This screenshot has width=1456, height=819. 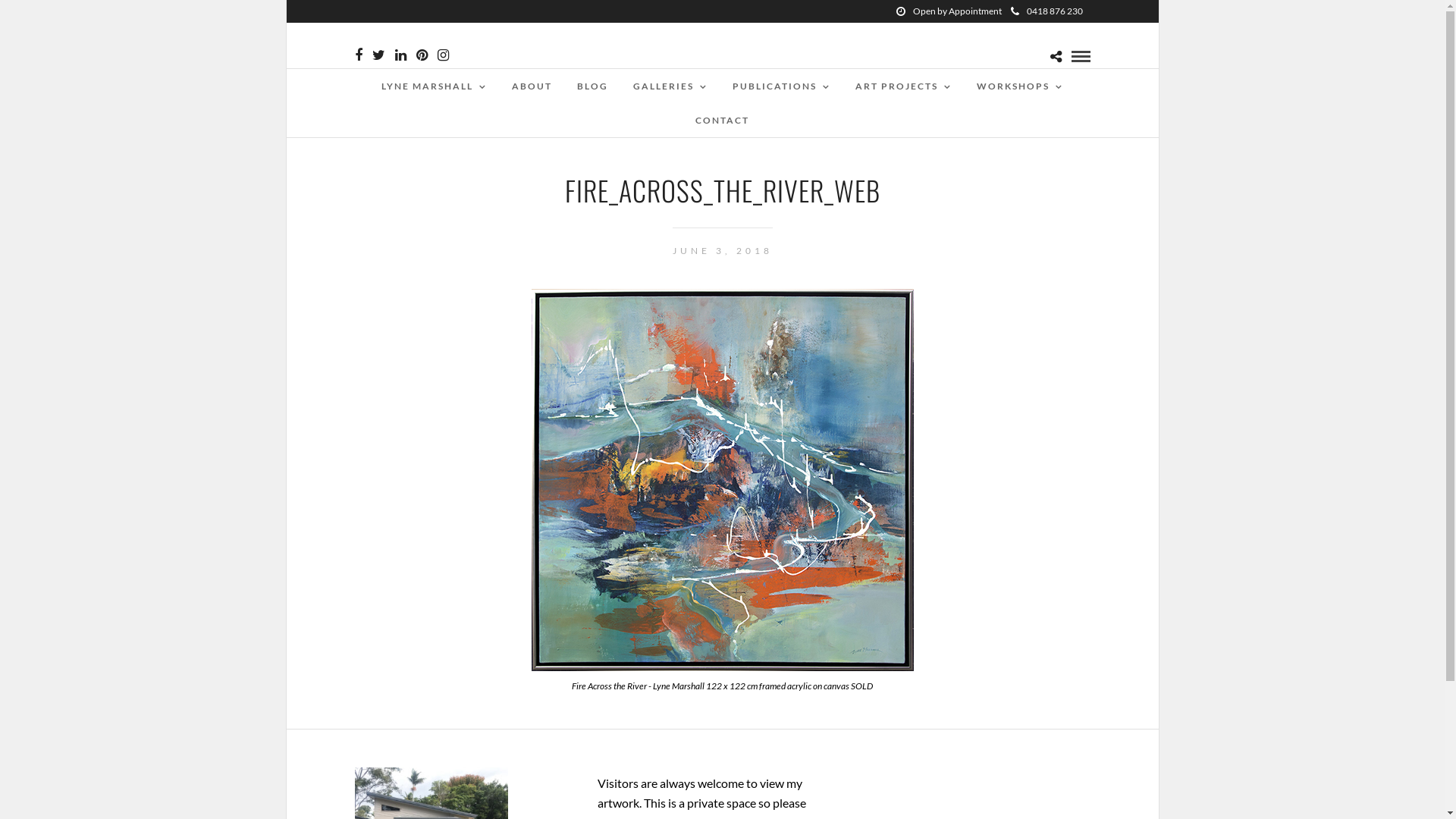 What do you see at coordinates (781, 86) in the screenshot?
I see `'PUBLICATIONS'` at bounding box center [781, 86].